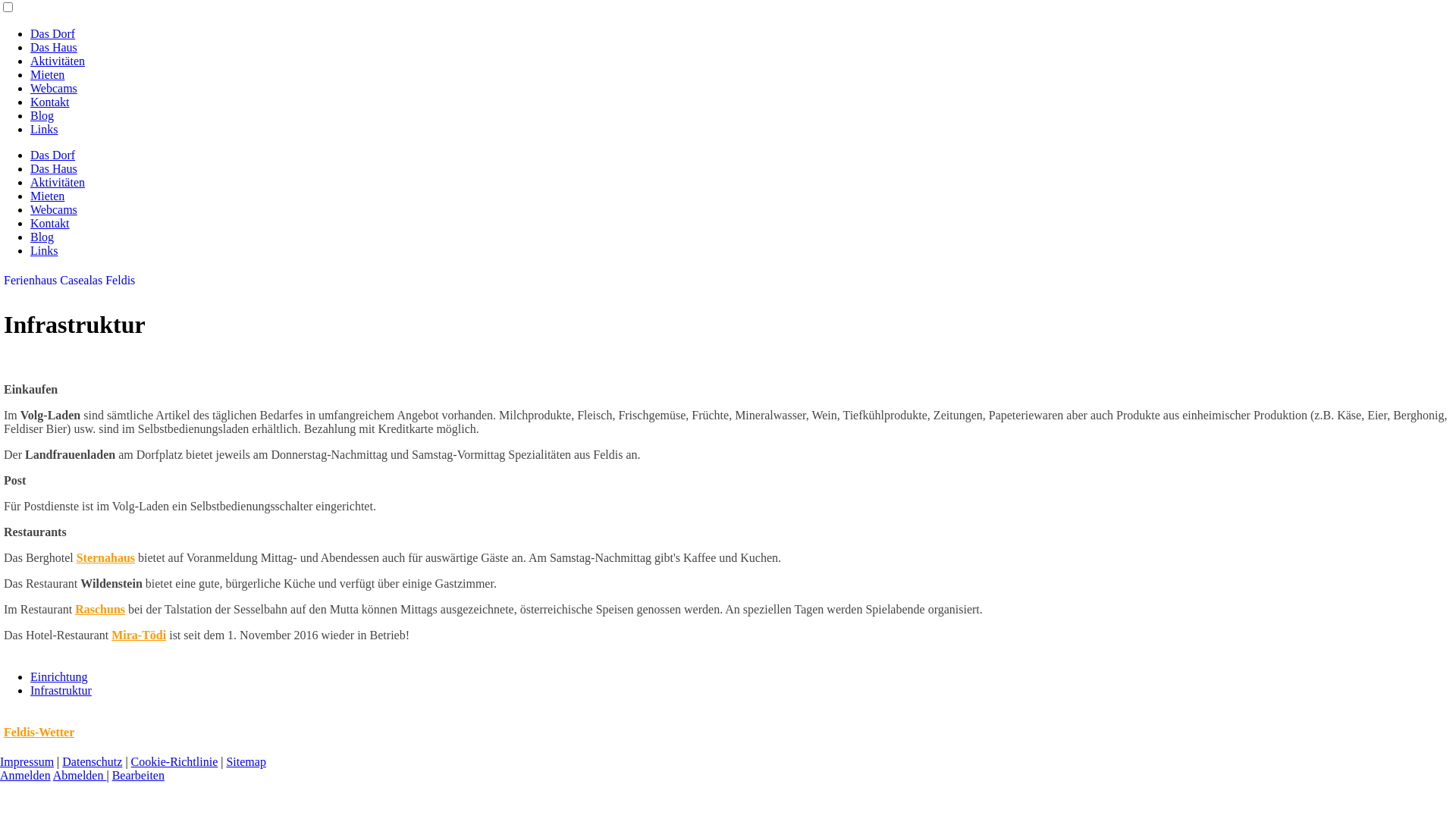 The height and width of the screenshot is (819, 1456). What do you see at coordinates (246, 761) in the screenshot?
I see `'Sitemap'` at bounding box center [246, 761].